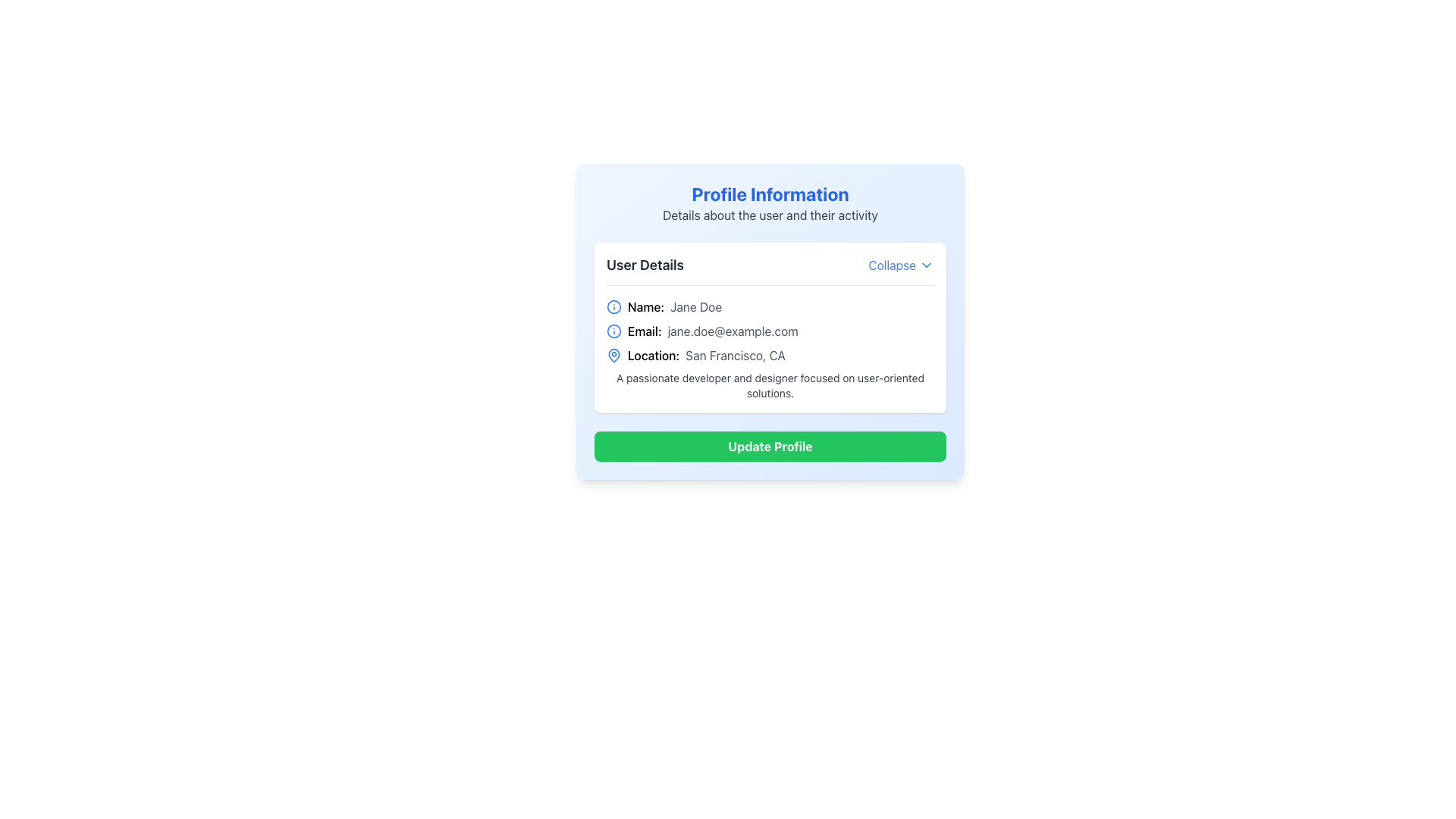 The image size is (1456, 819). Describe the element at coordinates (733, 330) in the screenshot. I see `on the static text field displaying the email address 'jane.doe@example.com', which is located next` at that location.